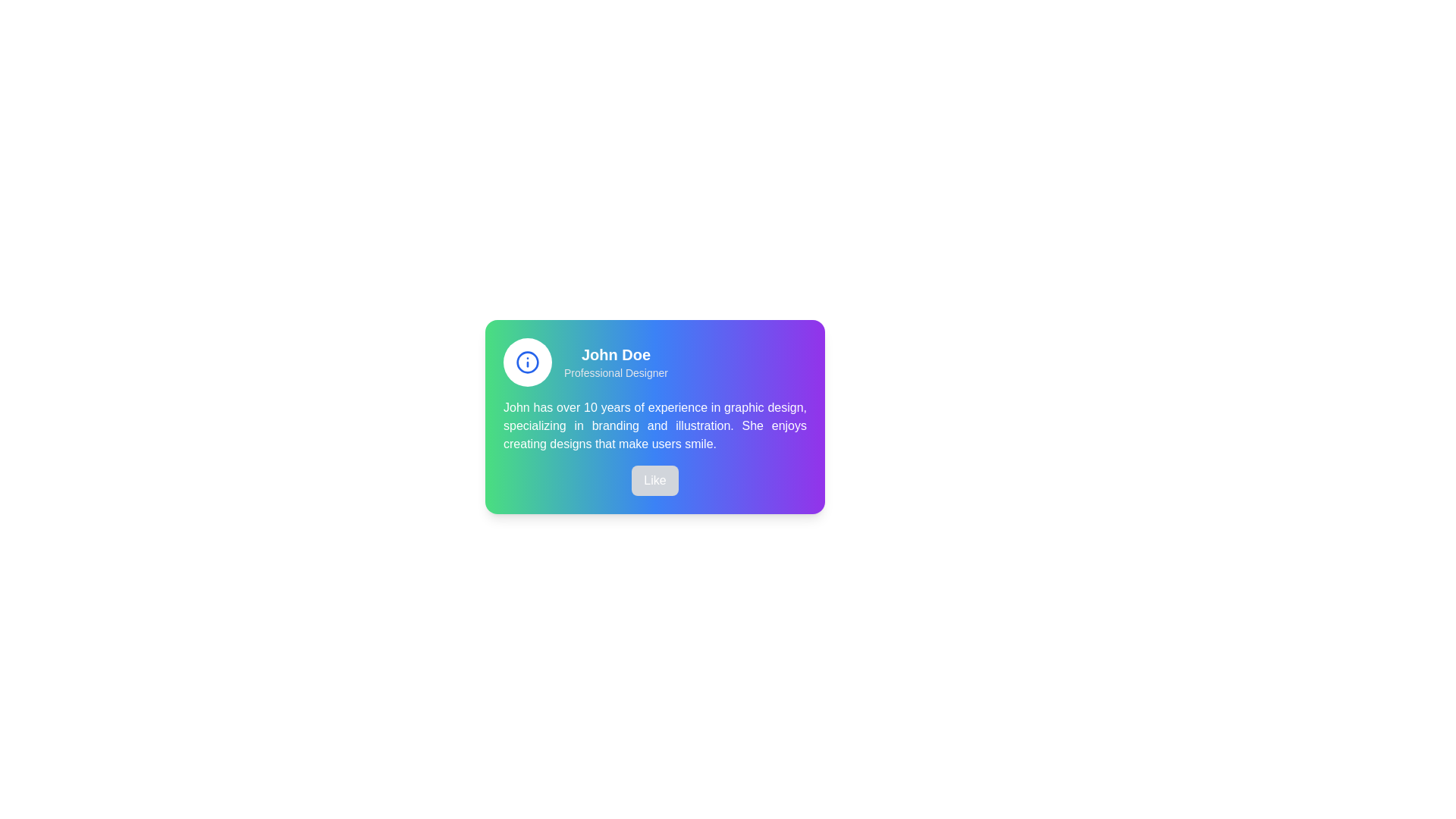 This screenshot has height=819, width=1456. What do you see at coordinates (528, 362) in the screenshot?
I see `the help icon located within the white circular background at the top left of the profile card` at bounding box center [528, 362].